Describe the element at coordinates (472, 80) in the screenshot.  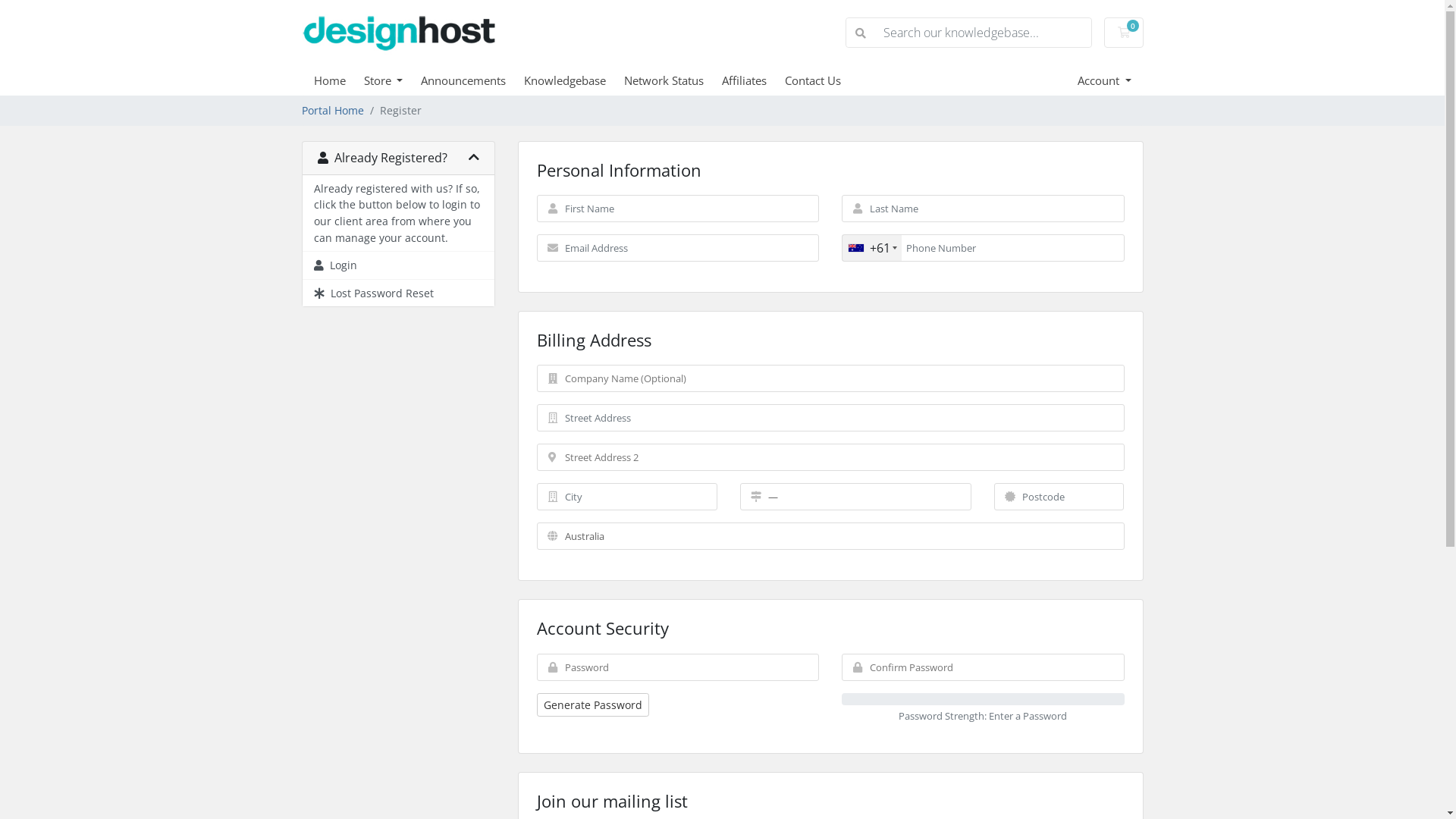
I see `'Announcements'` at that location.